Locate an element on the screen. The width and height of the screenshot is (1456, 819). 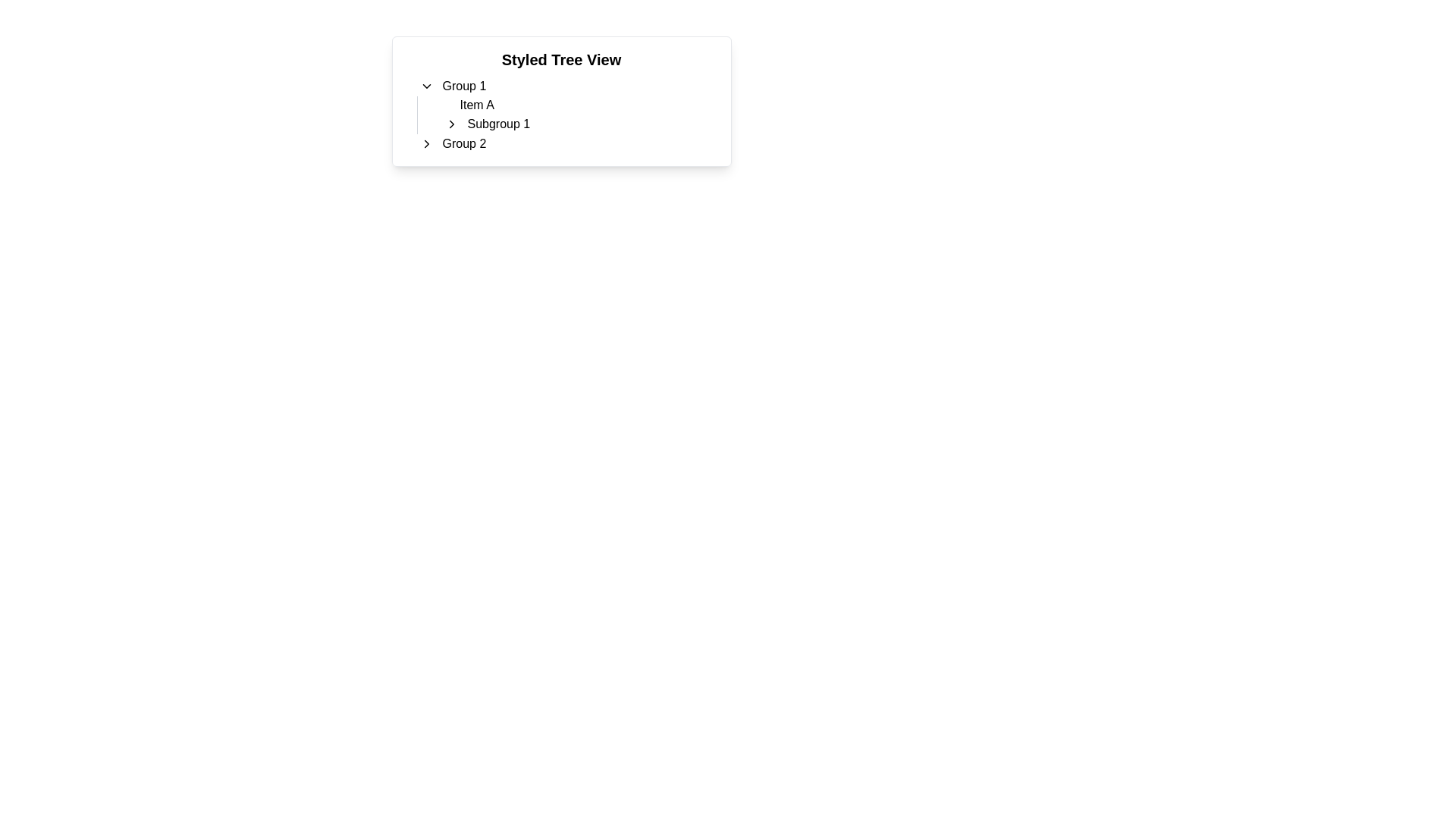
the 'Group 1' text label within the collapsible tree structure is located at coordinates (463, 86).